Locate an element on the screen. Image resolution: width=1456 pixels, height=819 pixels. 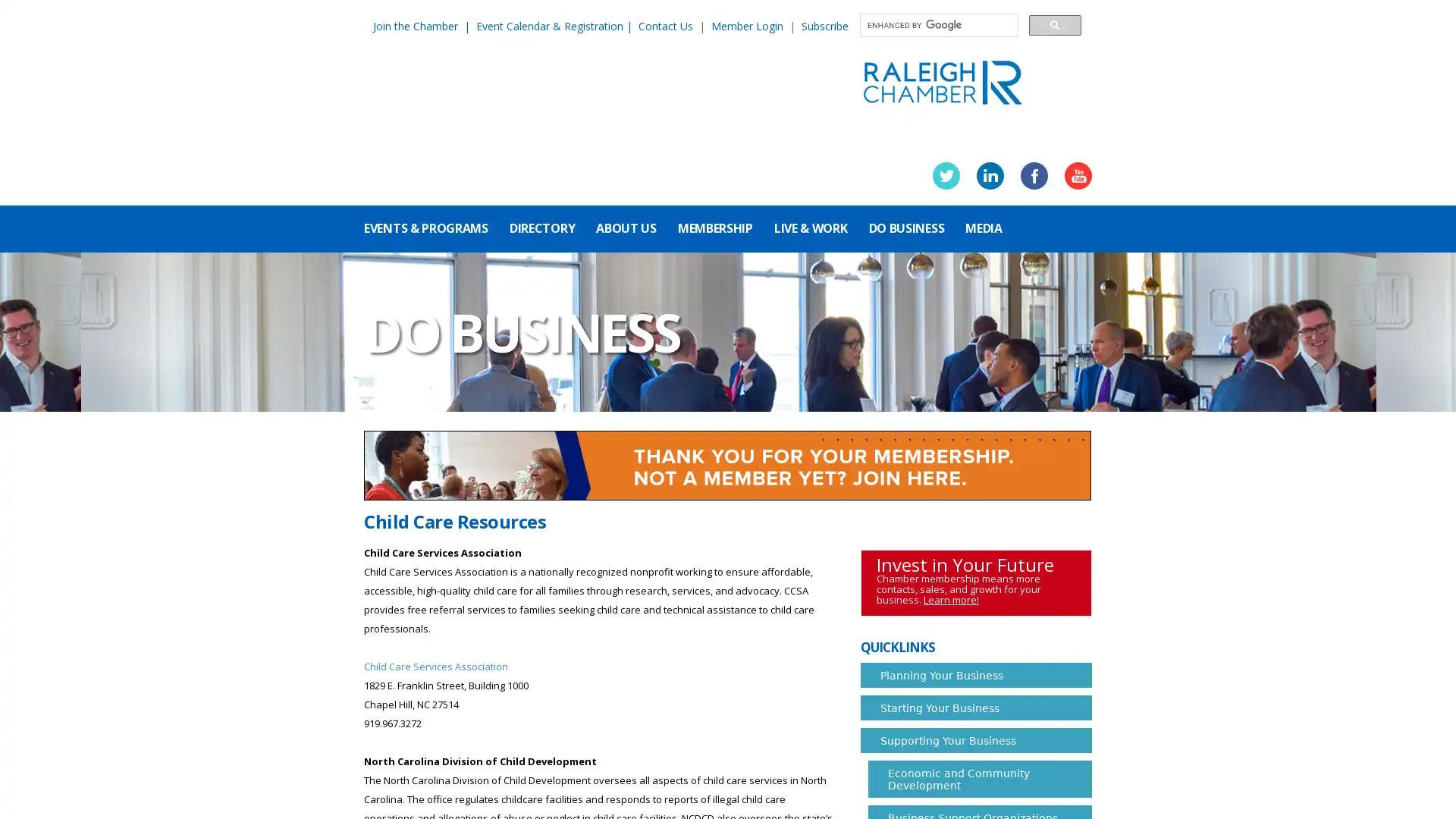
search is located at coordinates (1054, 24).